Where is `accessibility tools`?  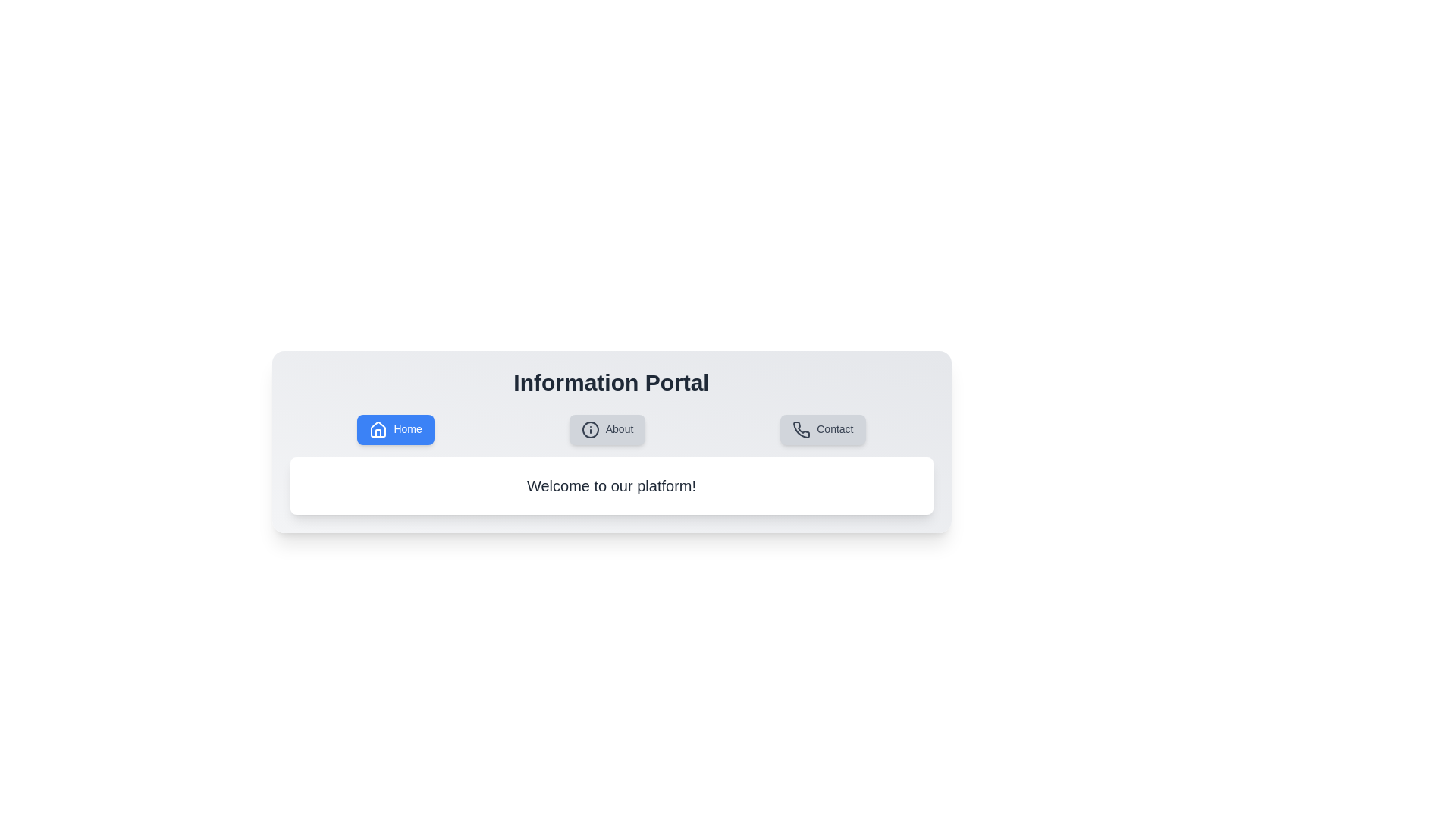 accessibility tools is located at coordinates (378, 430).